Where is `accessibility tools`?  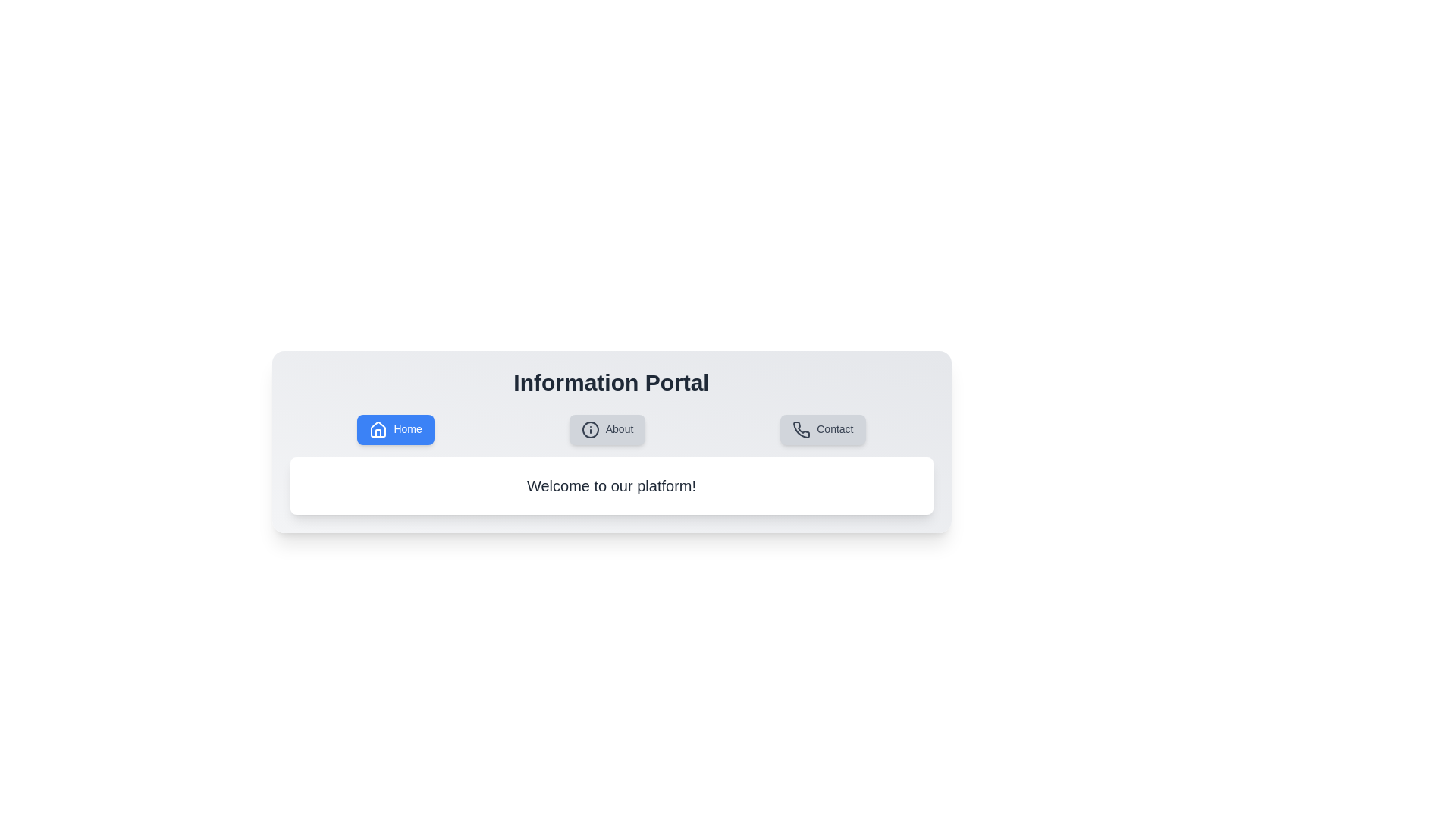 accessibility tools is located at coordinates (378, 430).